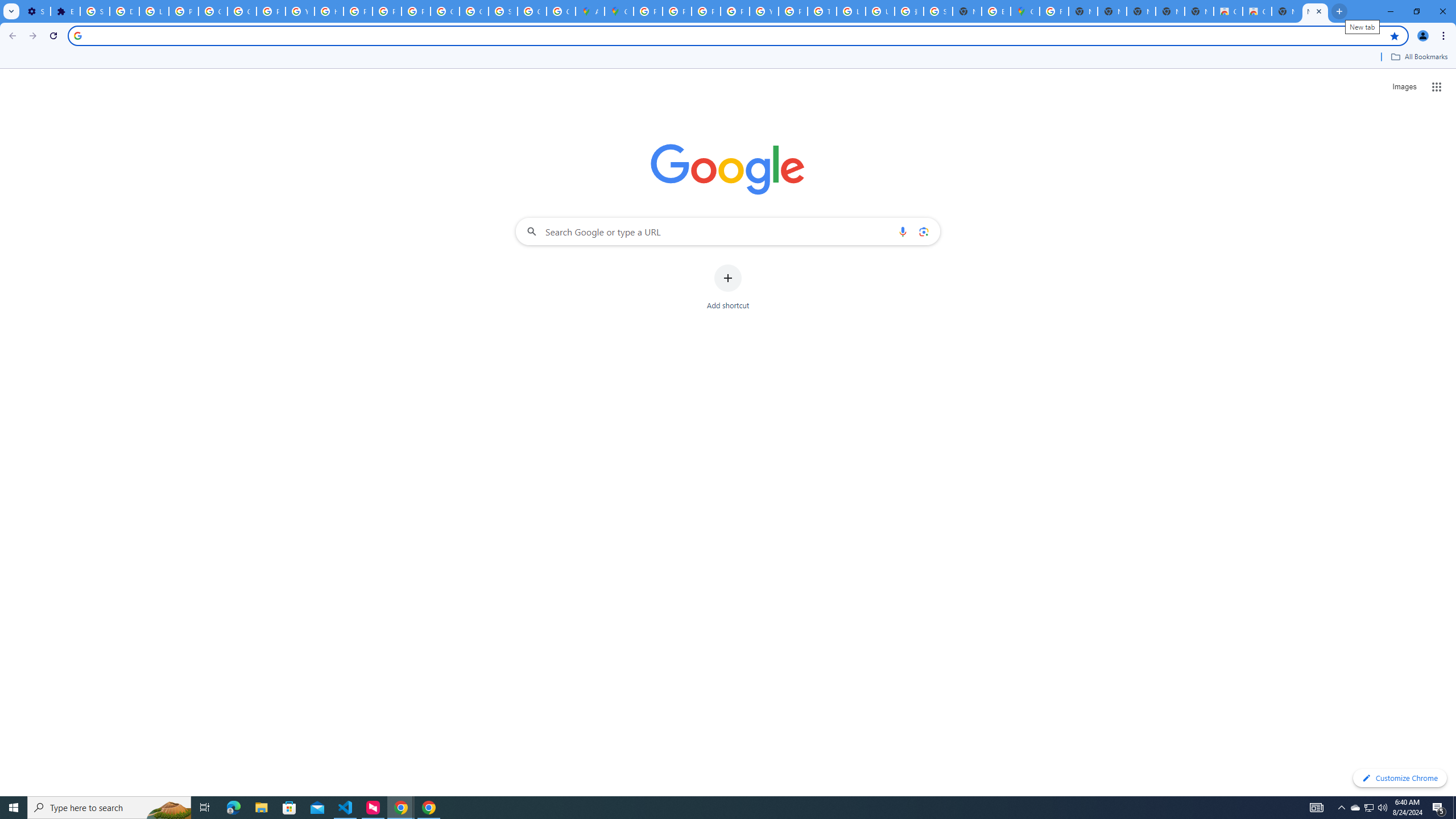 This screenshot has height=819, width=1456. What do you see at coordinates (35, 11) in the screenshot?
I see `'Settings - On startup'` at bounding box center [35, 11].